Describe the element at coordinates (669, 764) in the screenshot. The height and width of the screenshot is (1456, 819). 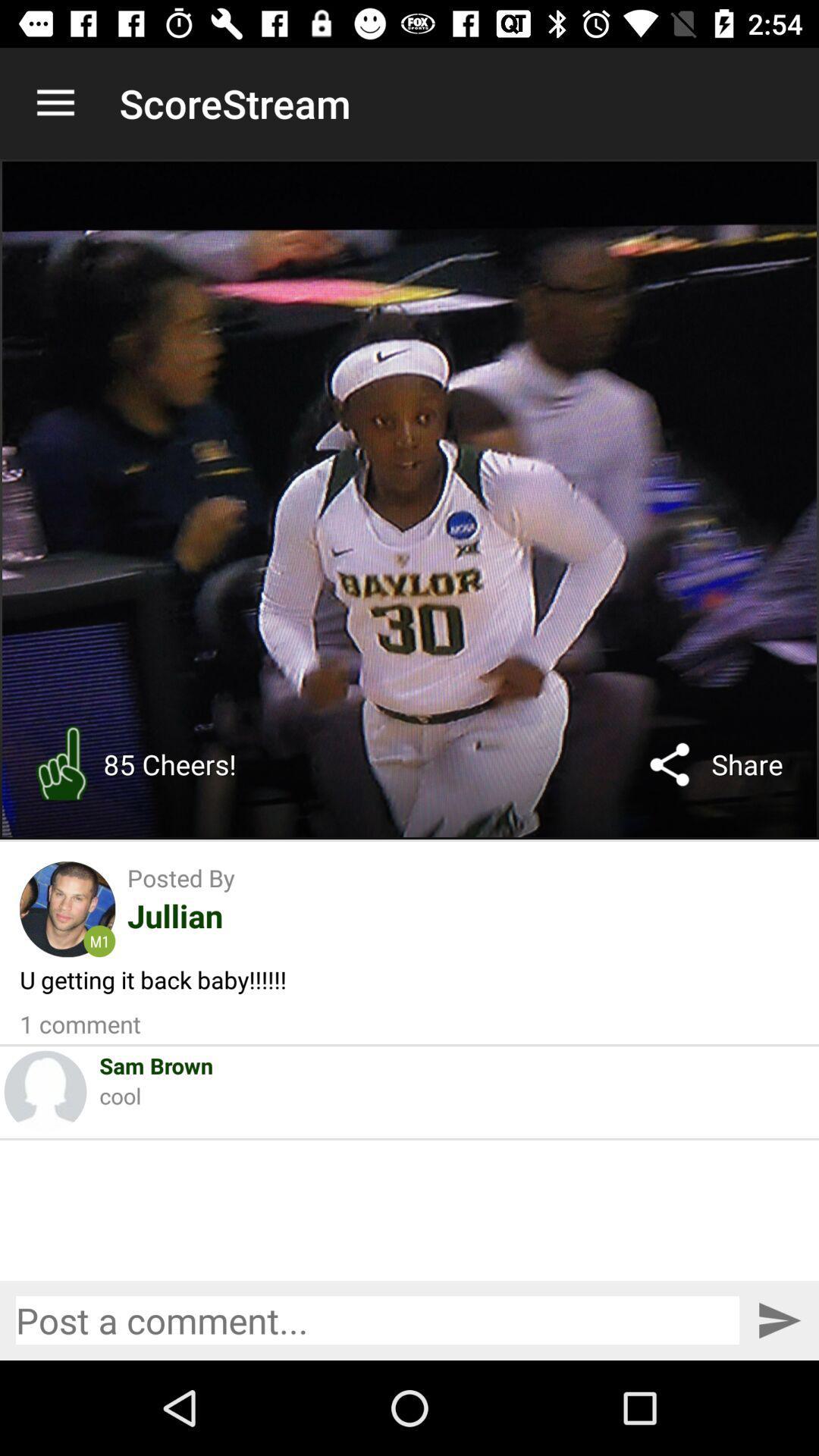
I see `the item to the left of the share` at that location.